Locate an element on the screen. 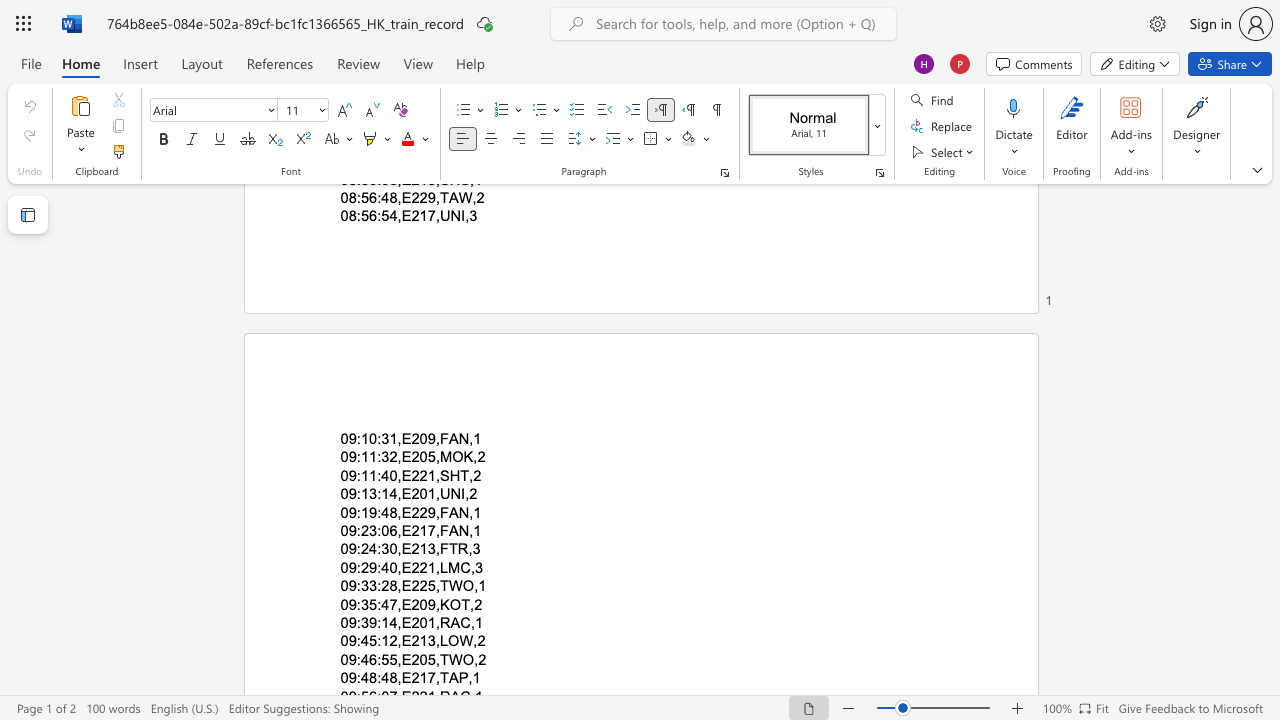 This screenshot has width=1280, height=720. the subset text "E225," within the text "09:33:28,E225,TWO,1" is located at coordinates (400, 585).